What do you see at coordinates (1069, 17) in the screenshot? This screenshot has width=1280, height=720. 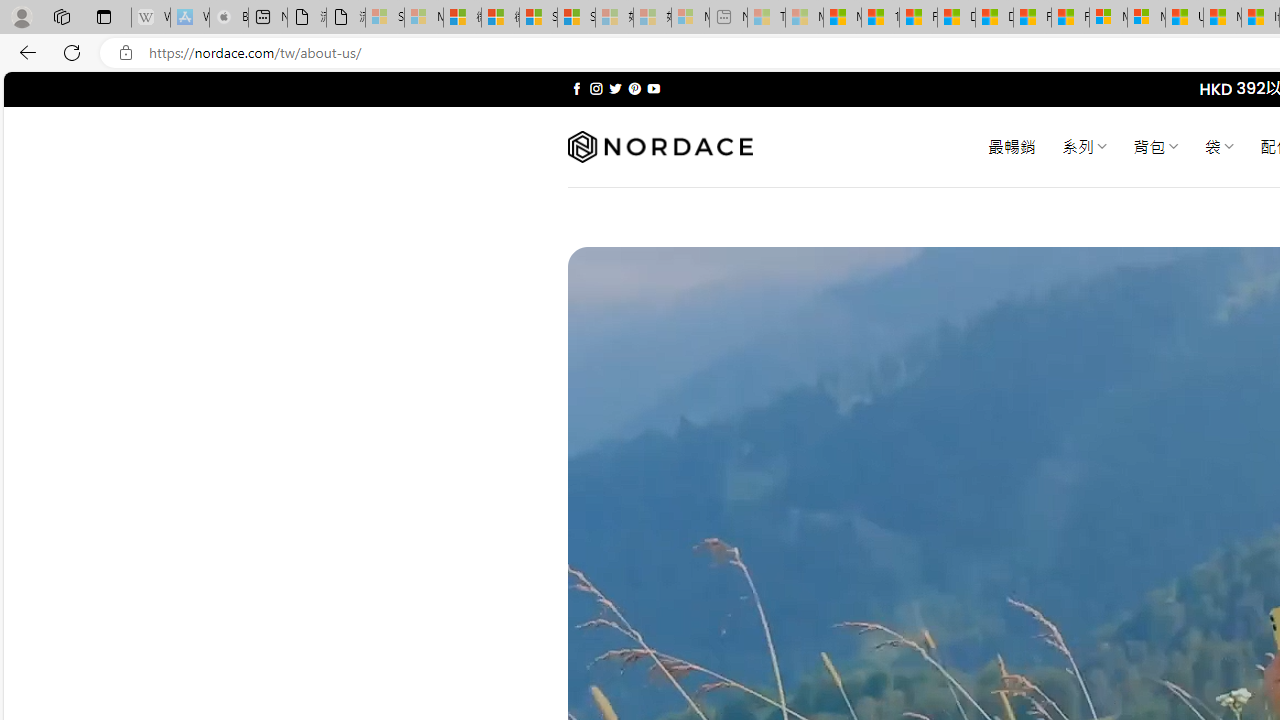 I see `'Foo BAR | Trusted Community Engagement and Contributions'` at bounding box center [1069, 17].